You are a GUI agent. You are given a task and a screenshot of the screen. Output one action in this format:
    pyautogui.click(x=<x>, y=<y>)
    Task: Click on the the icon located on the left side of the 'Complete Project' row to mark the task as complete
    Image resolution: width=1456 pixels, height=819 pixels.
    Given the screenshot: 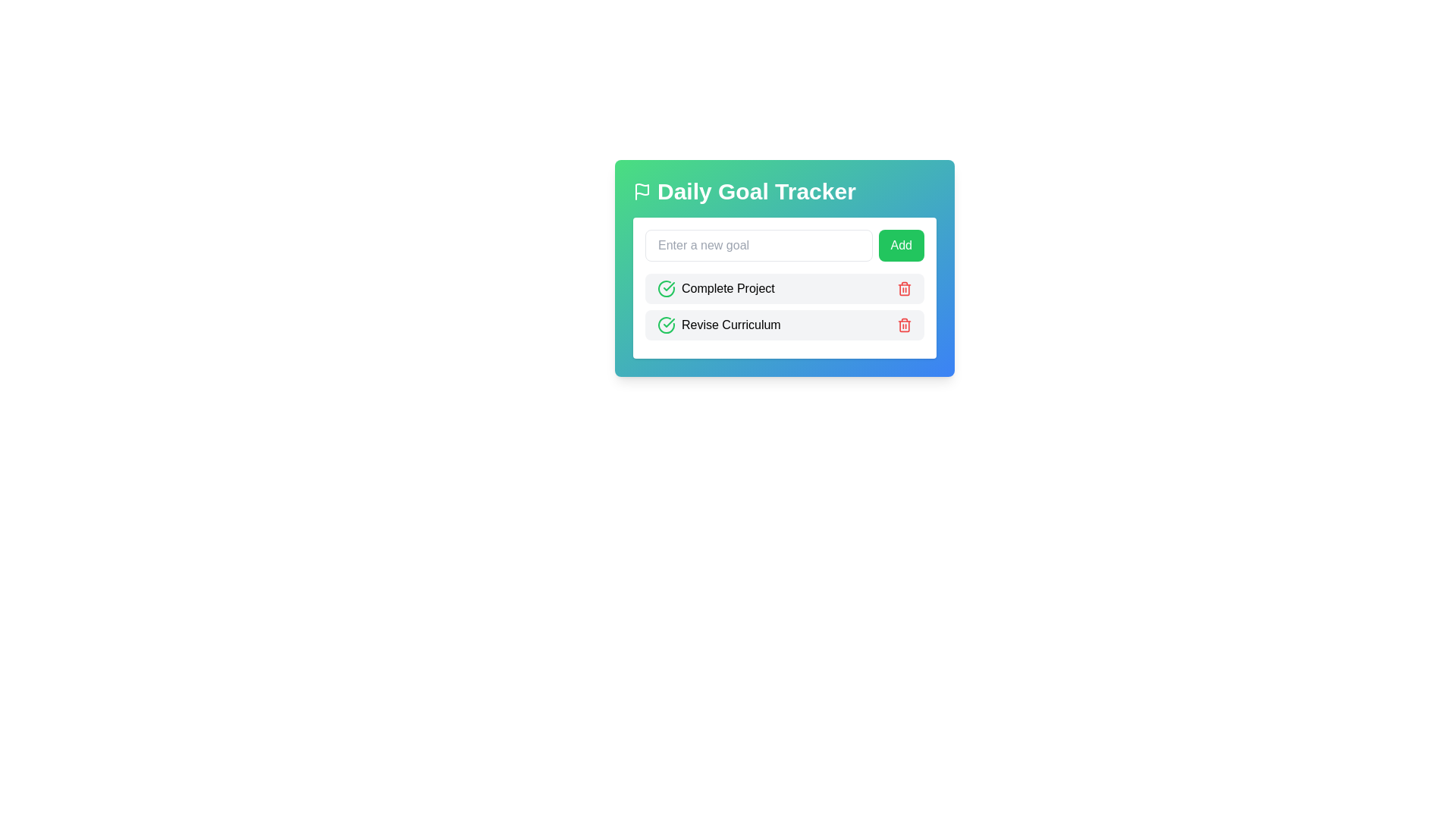 What is the action you would take?
    pyautogui.click(x=666, y=289)
    